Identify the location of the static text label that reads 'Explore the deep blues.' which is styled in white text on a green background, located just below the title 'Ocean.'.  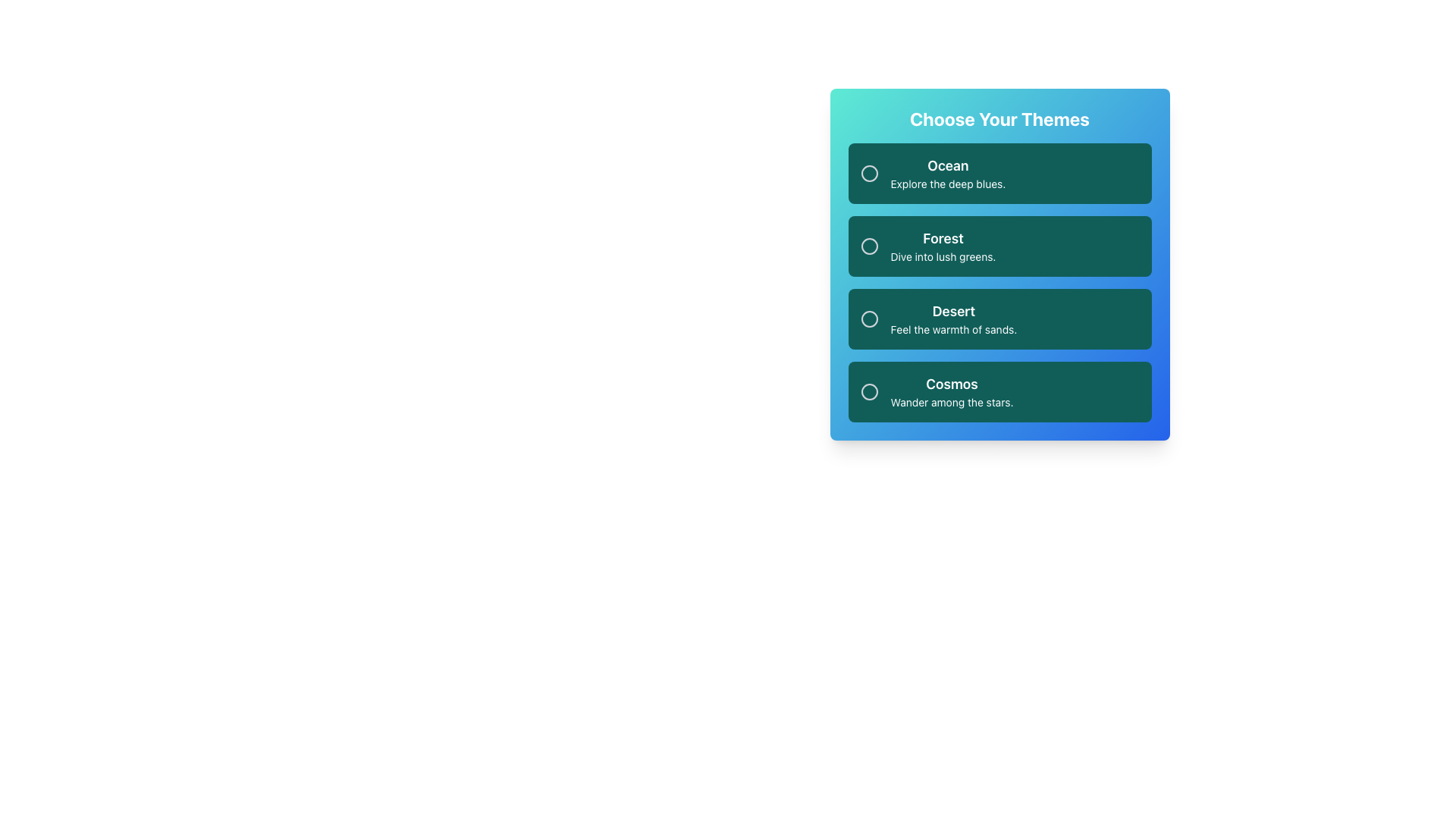
(947, 184).